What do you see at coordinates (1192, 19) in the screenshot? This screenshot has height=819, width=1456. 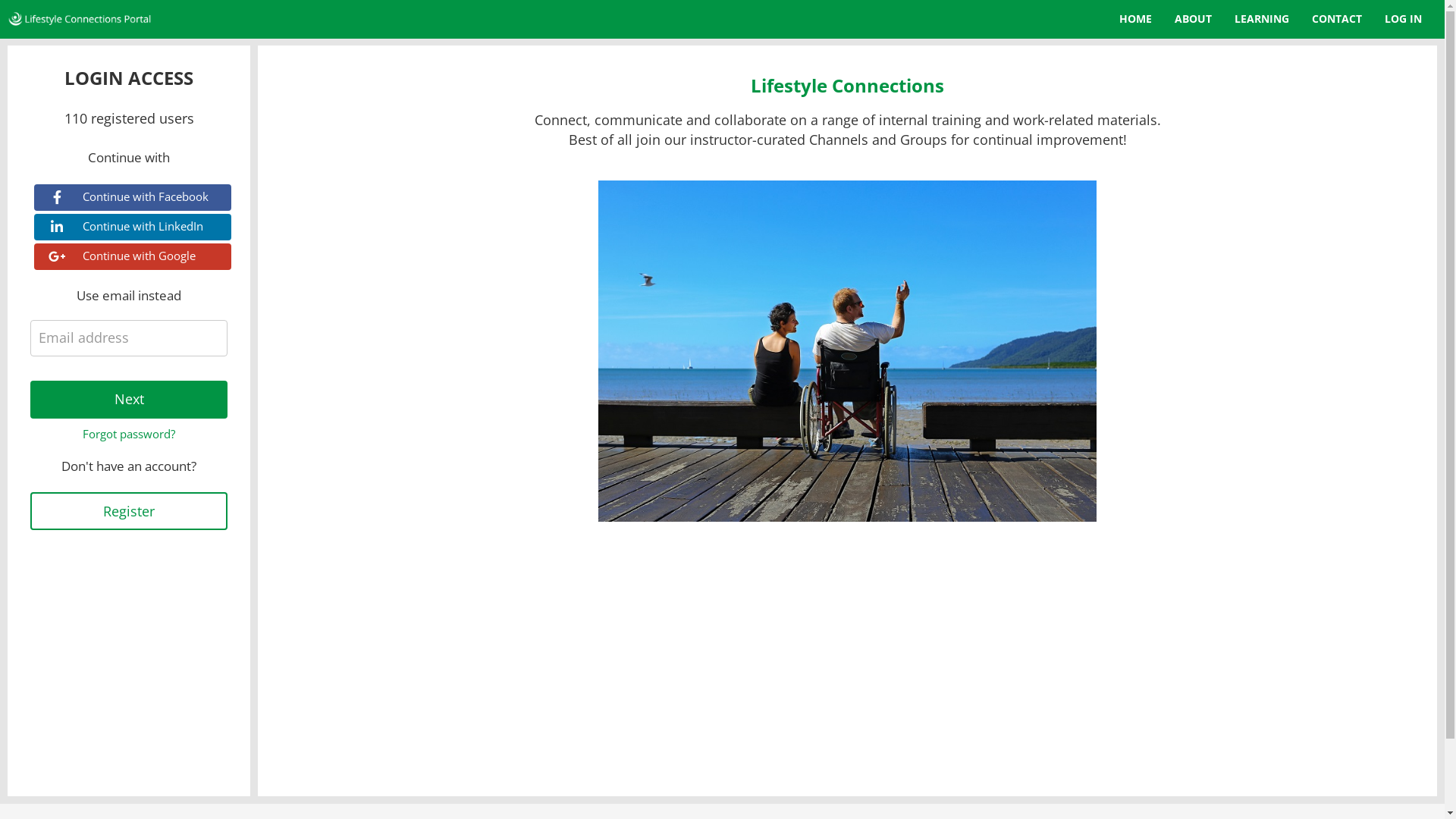 I see `'ABOUT'` at bounding box center [1192, 19].